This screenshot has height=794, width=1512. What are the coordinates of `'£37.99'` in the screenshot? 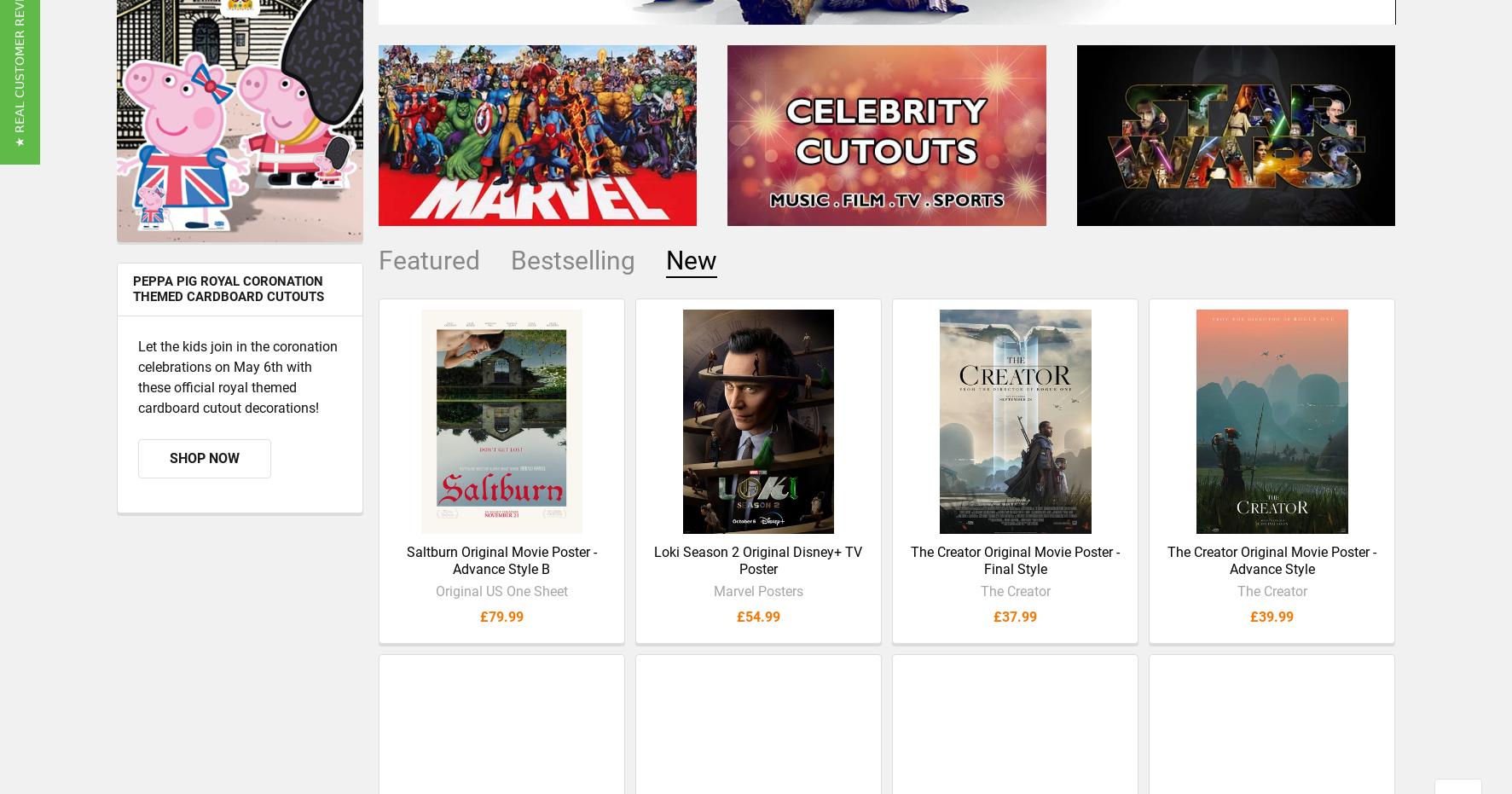 It's located at (1014, 630).